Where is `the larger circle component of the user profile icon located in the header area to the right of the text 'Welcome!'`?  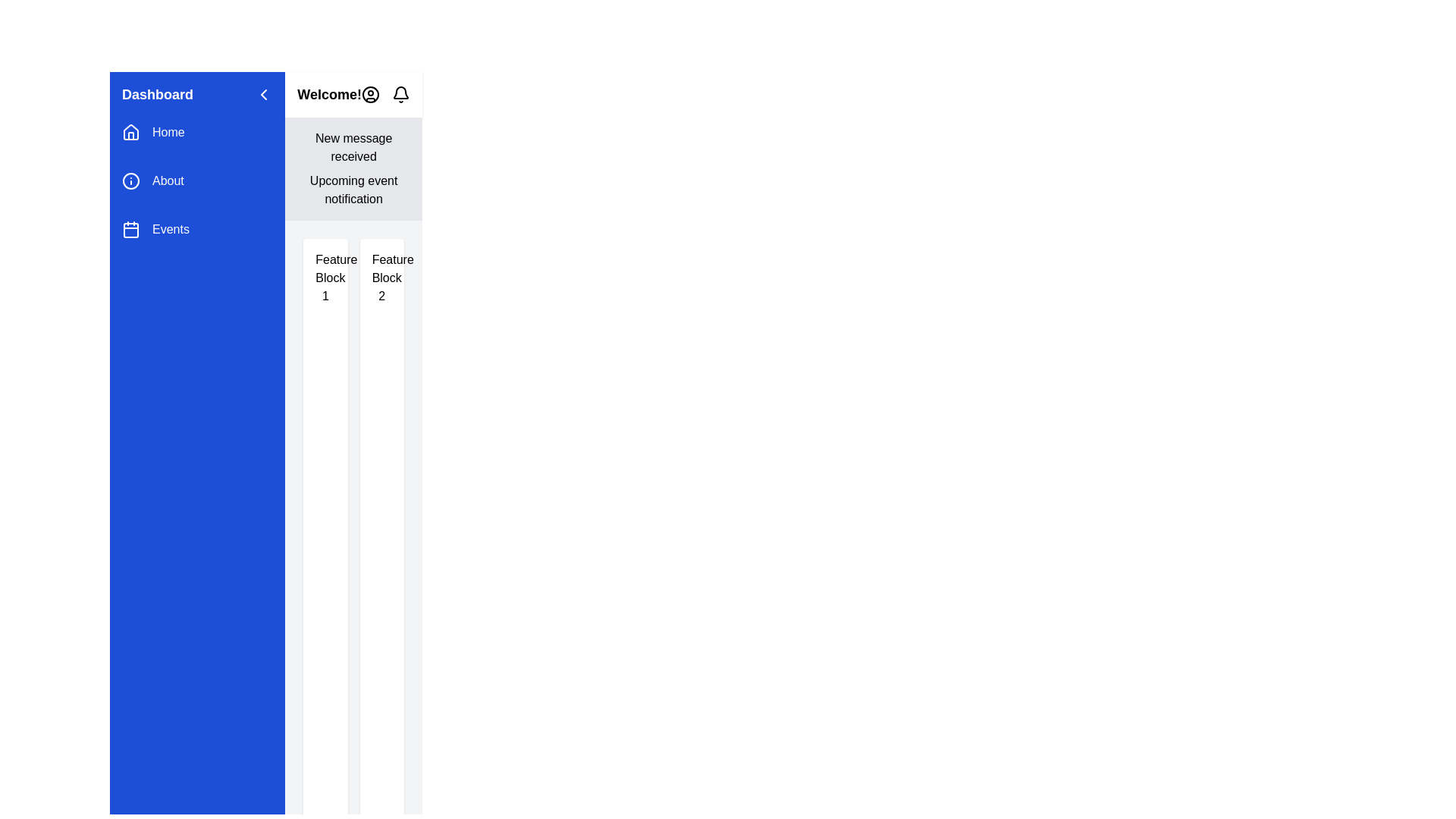 the larger circle component of the user profile icon located in the header area to the right of the text 'Welcome!' is located at coordinates (371, 94).